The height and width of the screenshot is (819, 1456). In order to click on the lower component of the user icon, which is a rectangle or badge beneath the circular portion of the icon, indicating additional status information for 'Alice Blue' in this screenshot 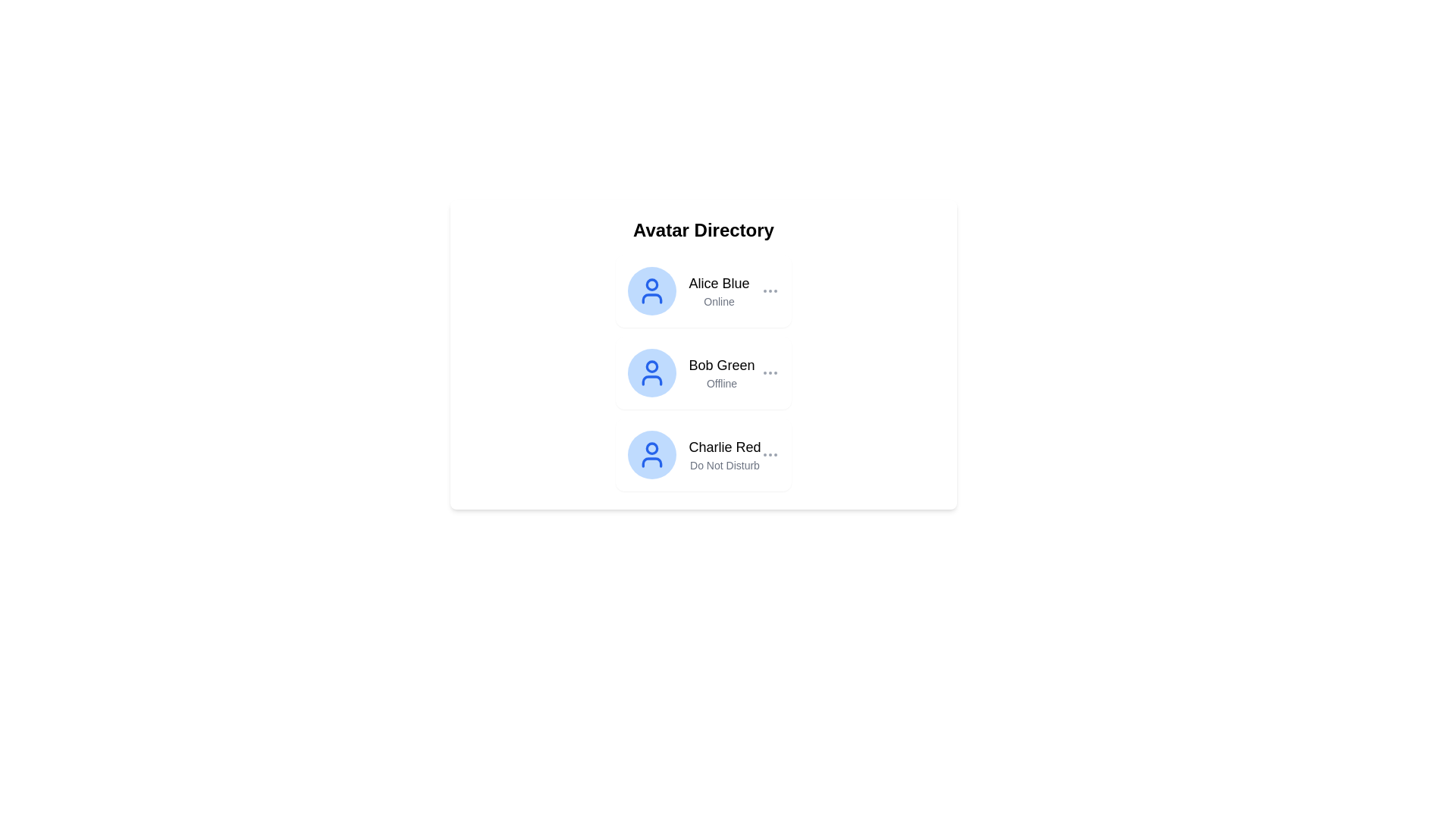, I will do `click(652, 298)`.